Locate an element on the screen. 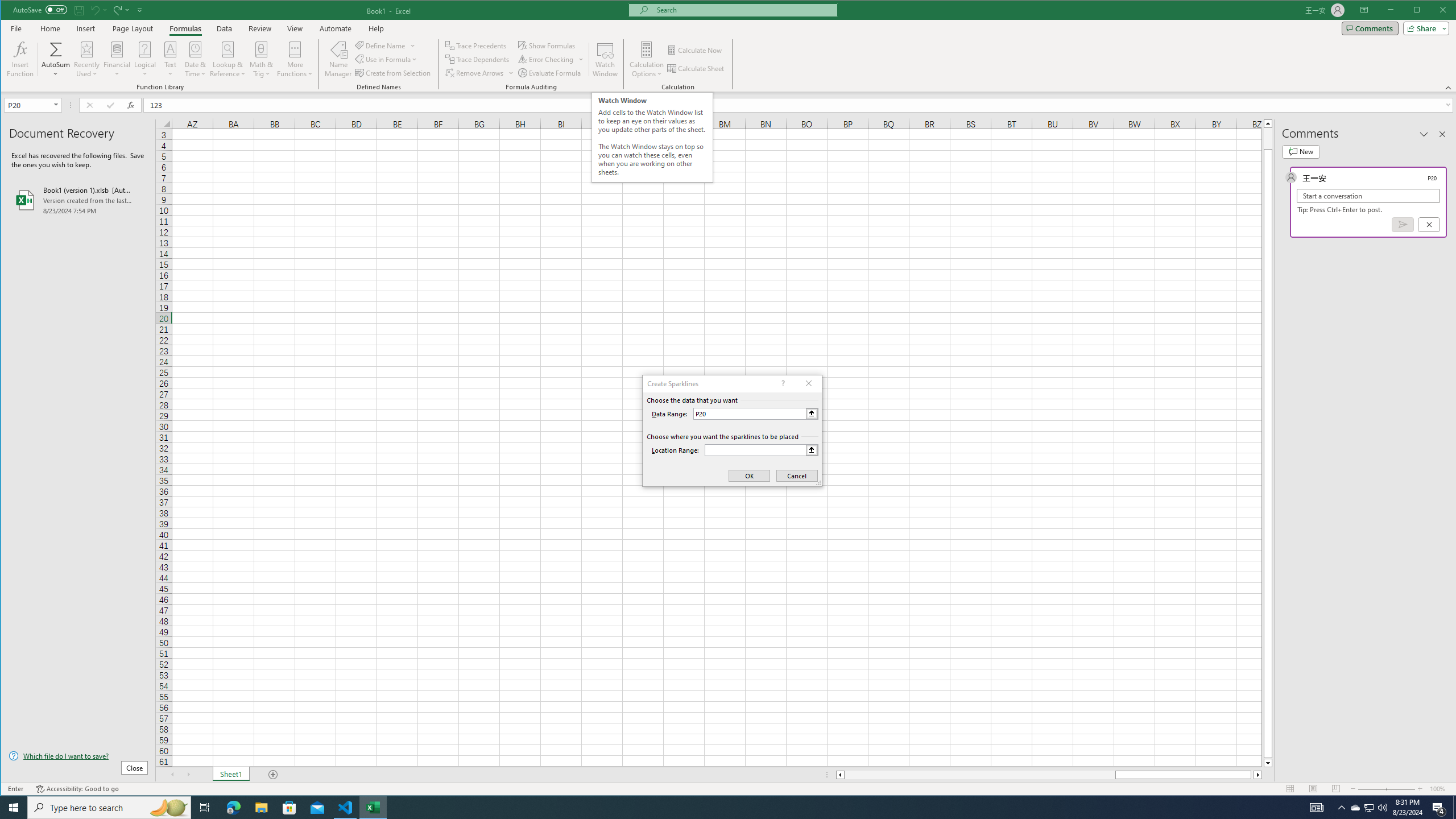 This screenshot has height=819, width=1456. 'Sum' is located at coordinates (55, 48).